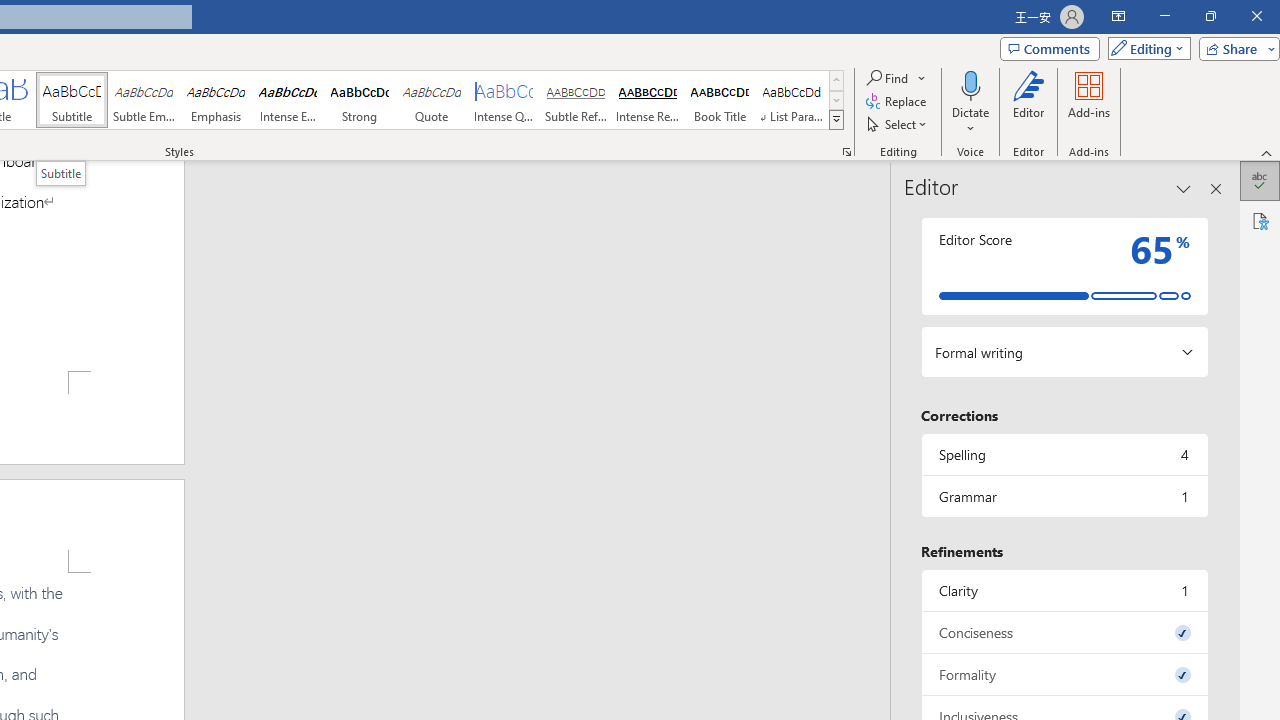  Describe the element at coordinates (887, 77) in the screenshot. I see `'Find'` at that location.